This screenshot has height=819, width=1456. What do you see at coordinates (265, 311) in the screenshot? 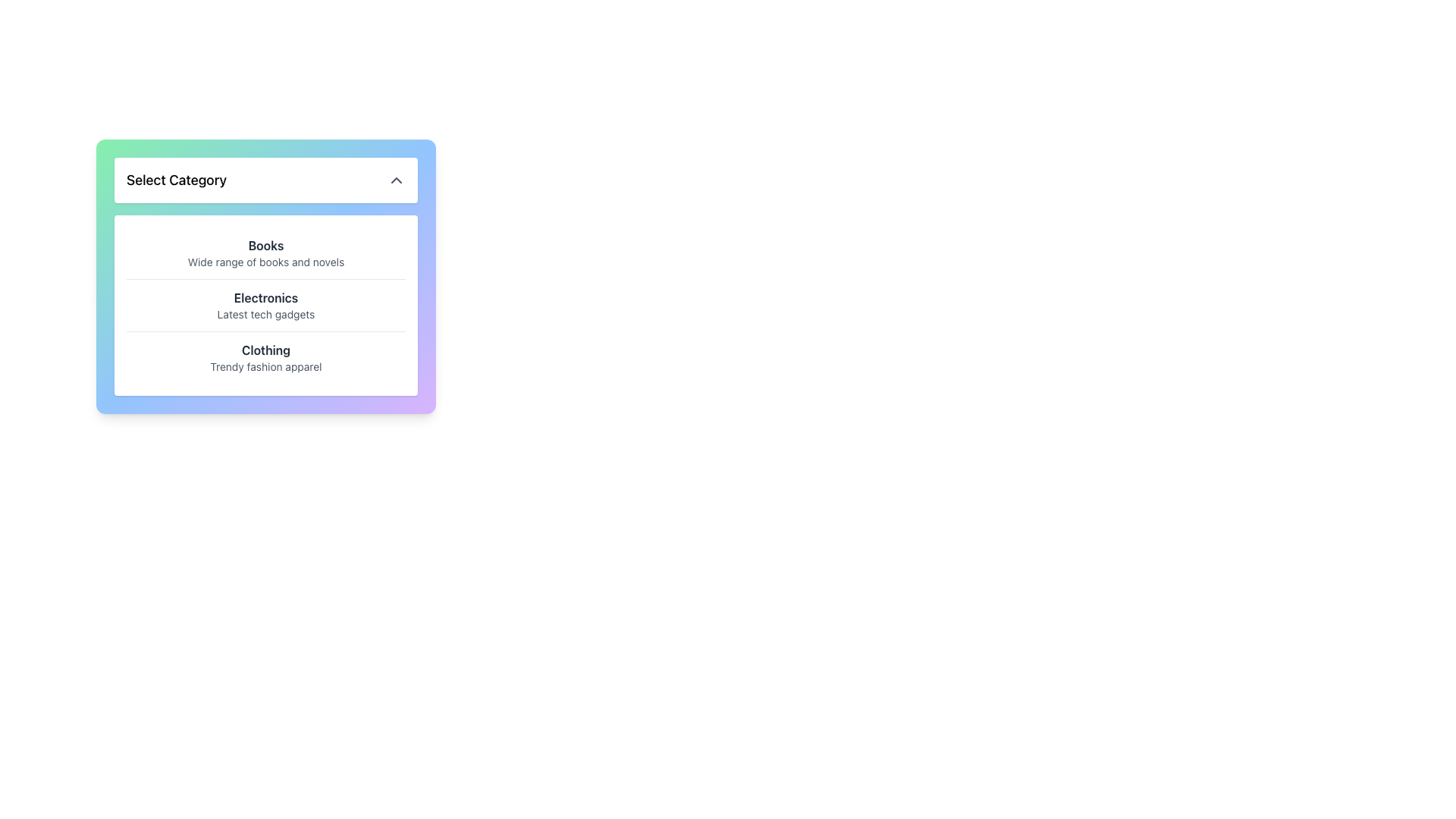
I see `text contained within the rectangular panel titled 'Select Category', which includes various categories with bold titles and captions` at bounding box center [265, 311].